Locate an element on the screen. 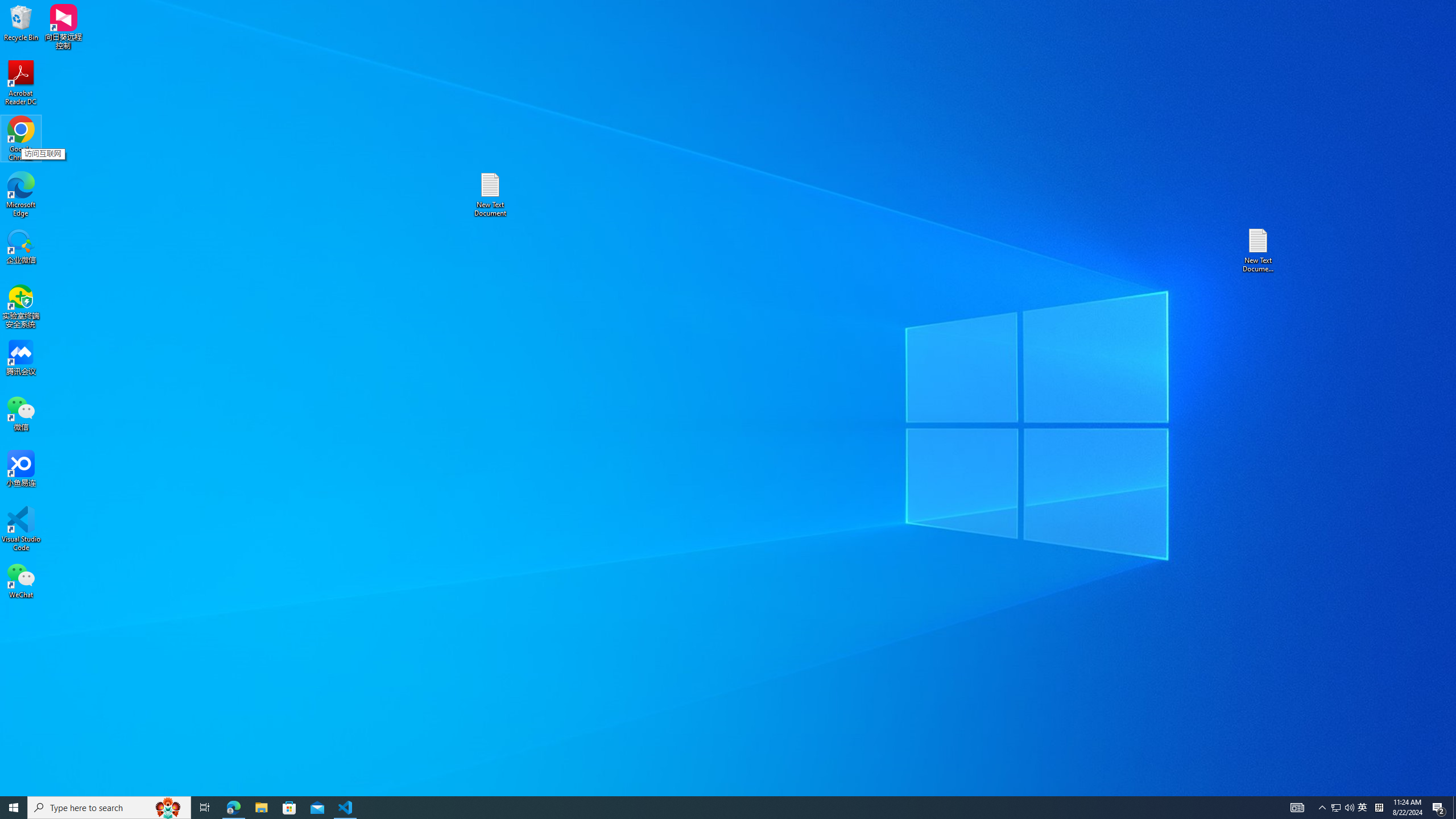 The width and height of the screenshot is (1456, 819). 'Visual Studio Code - 1 running window' is located at coordinates (345, 806).